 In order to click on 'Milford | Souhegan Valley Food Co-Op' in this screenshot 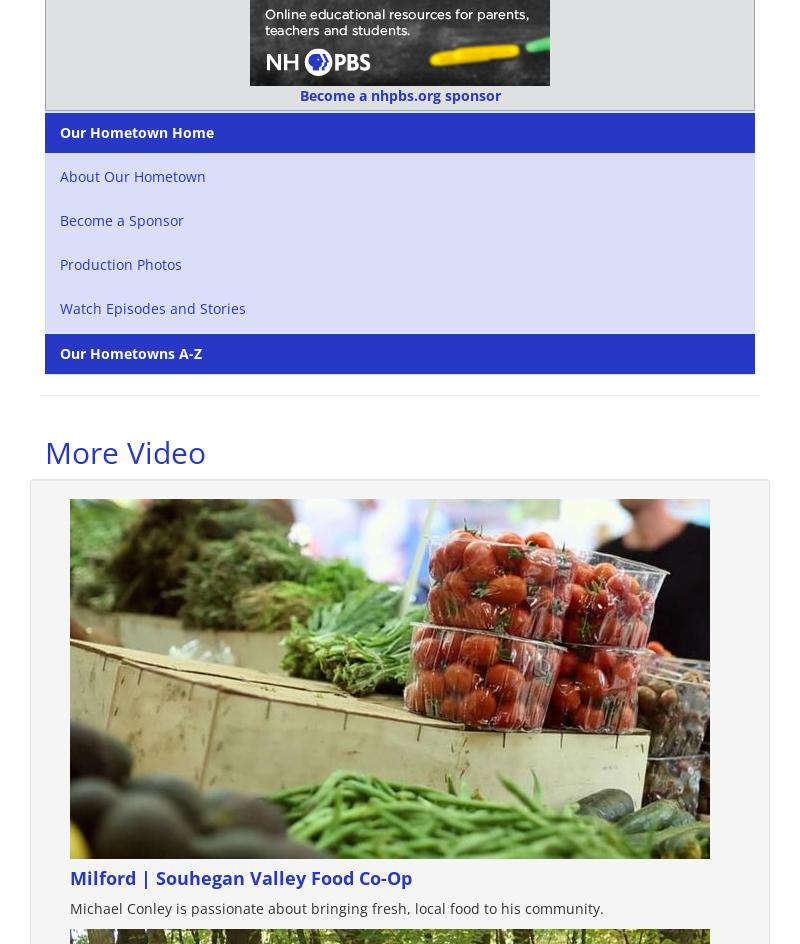, I will do `click(240, 878)`.